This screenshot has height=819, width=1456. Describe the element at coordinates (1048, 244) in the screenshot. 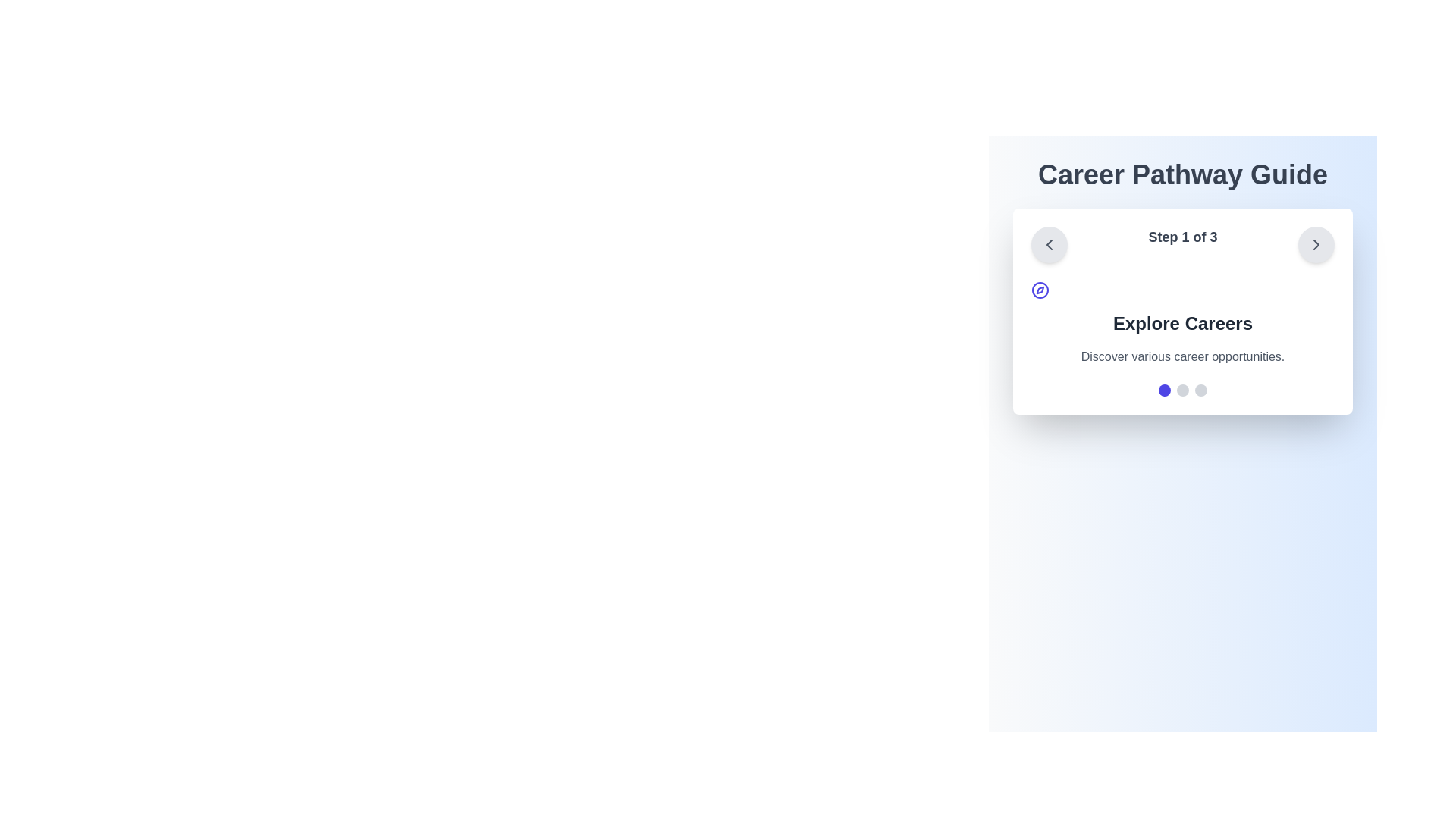

I see `the leftward navigation button with an integrated icon` at that location.